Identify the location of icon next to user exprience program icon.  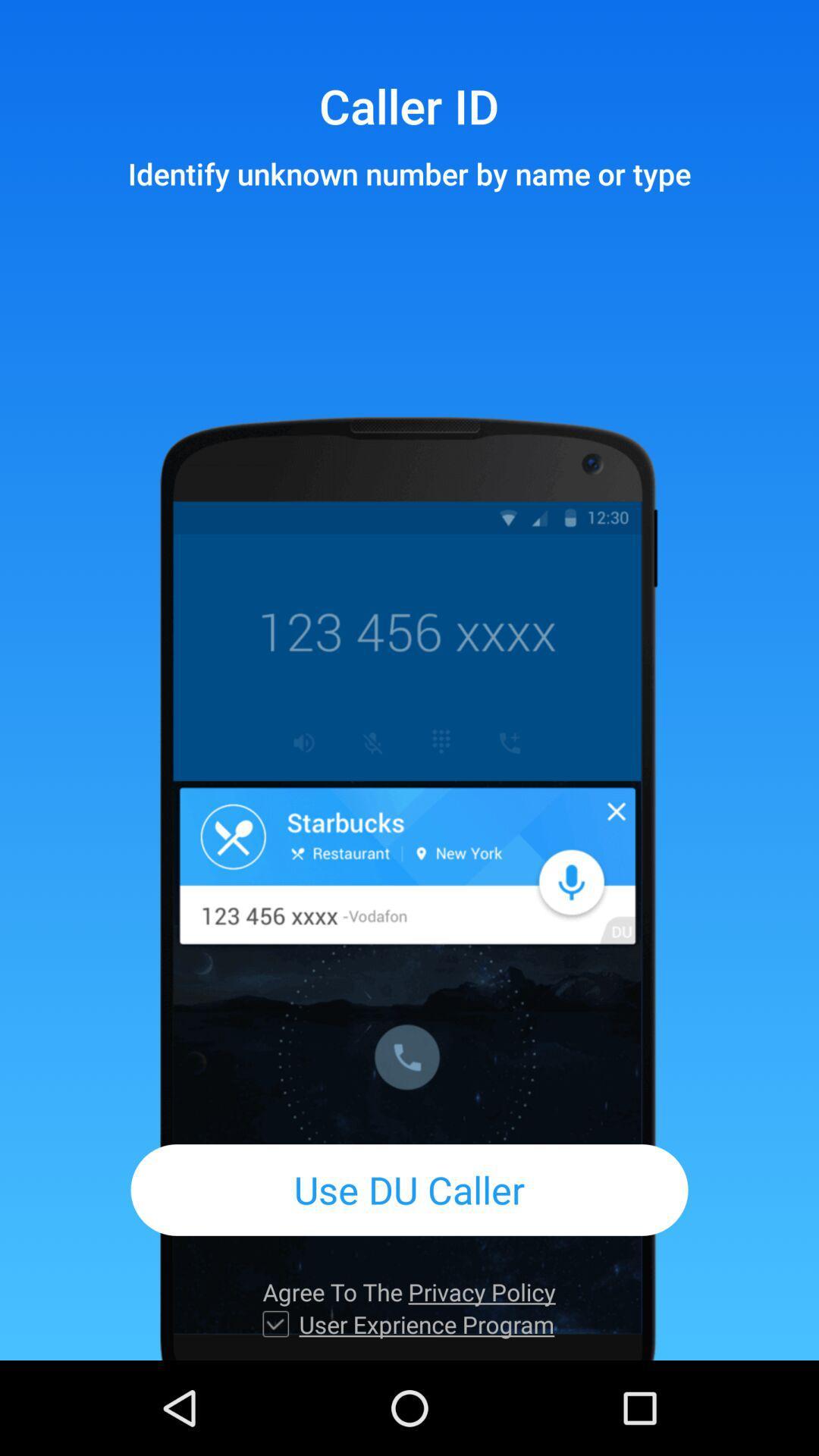
(275, 1323).